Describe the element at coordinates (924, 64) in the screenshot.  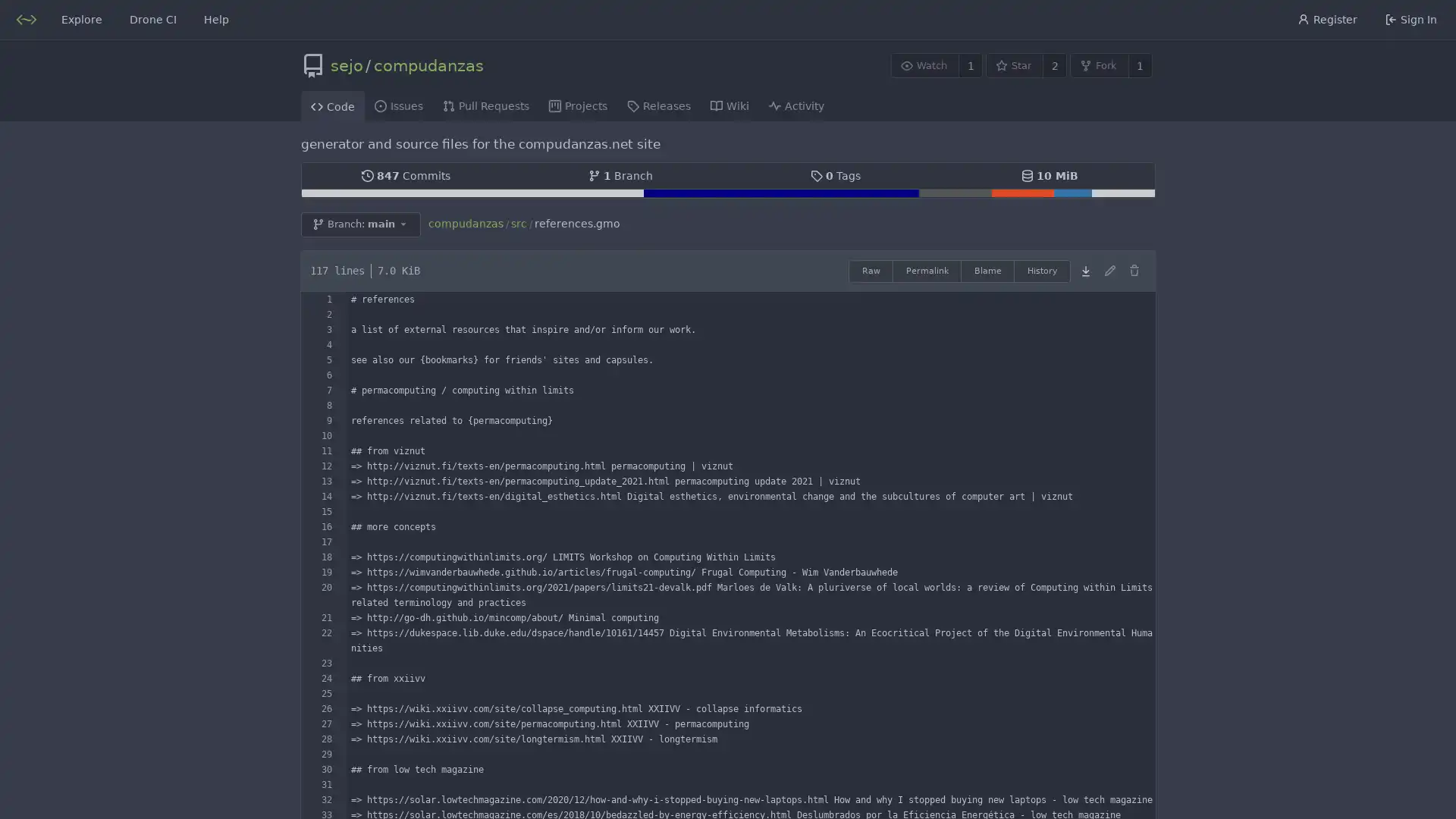
I see `Watch` at that location.